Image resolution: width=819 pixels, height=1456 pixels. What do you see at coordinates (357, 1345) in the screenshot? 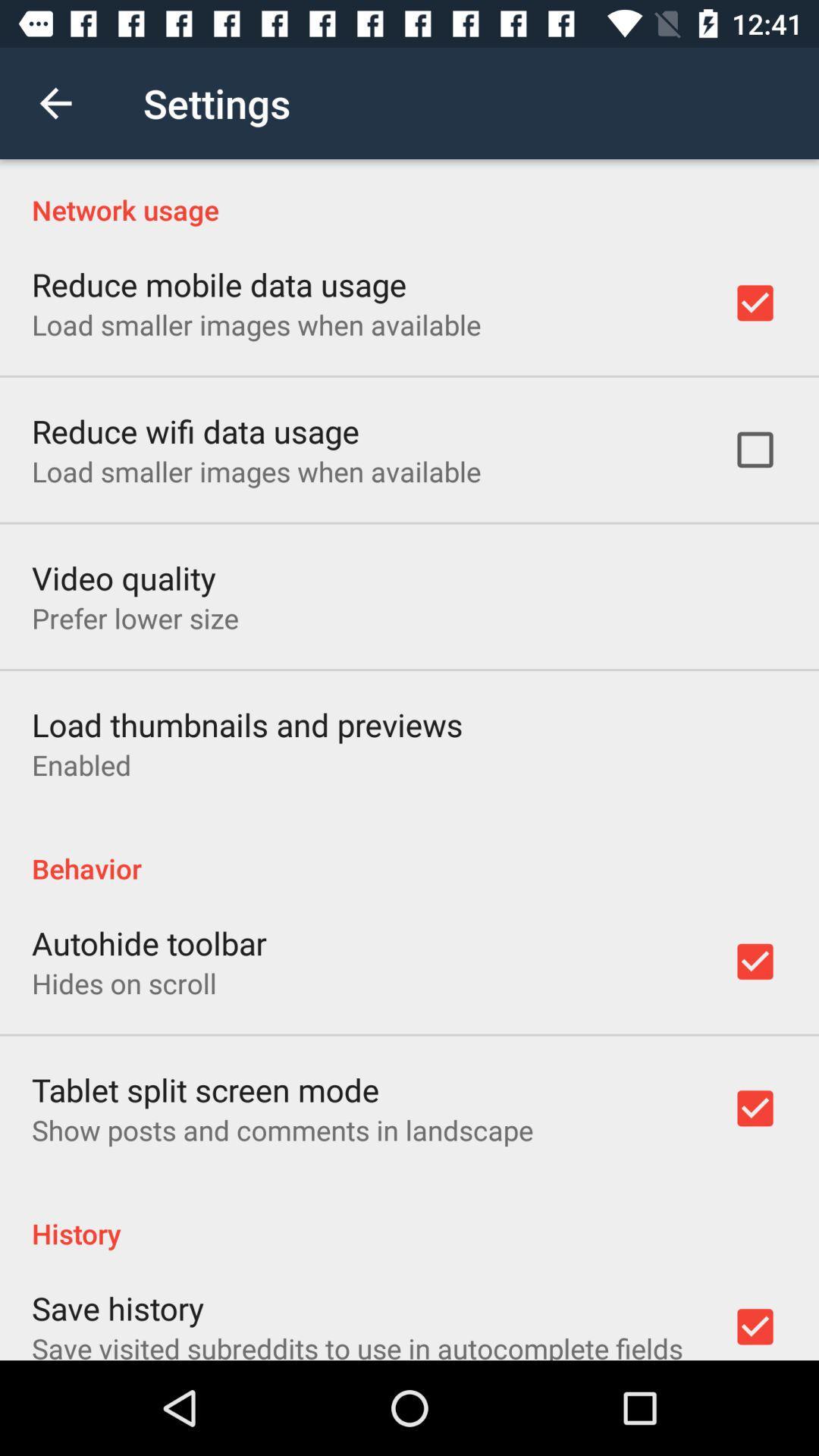
I see `the icon below the save history` at bounding box center [357, 1345].